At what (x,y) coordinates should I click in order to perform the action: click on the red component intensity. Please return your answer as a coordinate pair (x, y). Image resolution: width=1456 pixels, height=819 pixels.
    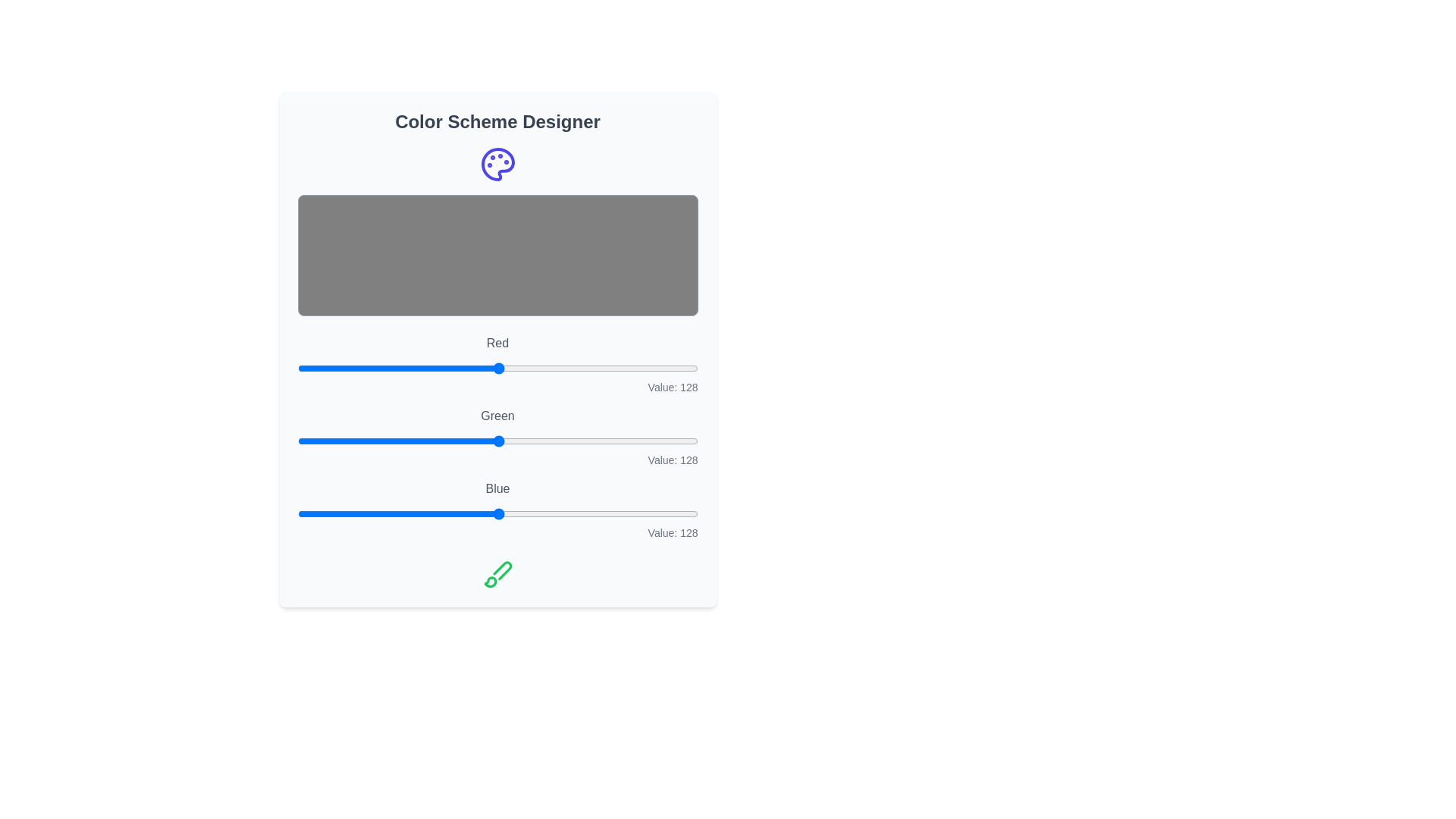
    Looking at the image, I should click on (410, 369).